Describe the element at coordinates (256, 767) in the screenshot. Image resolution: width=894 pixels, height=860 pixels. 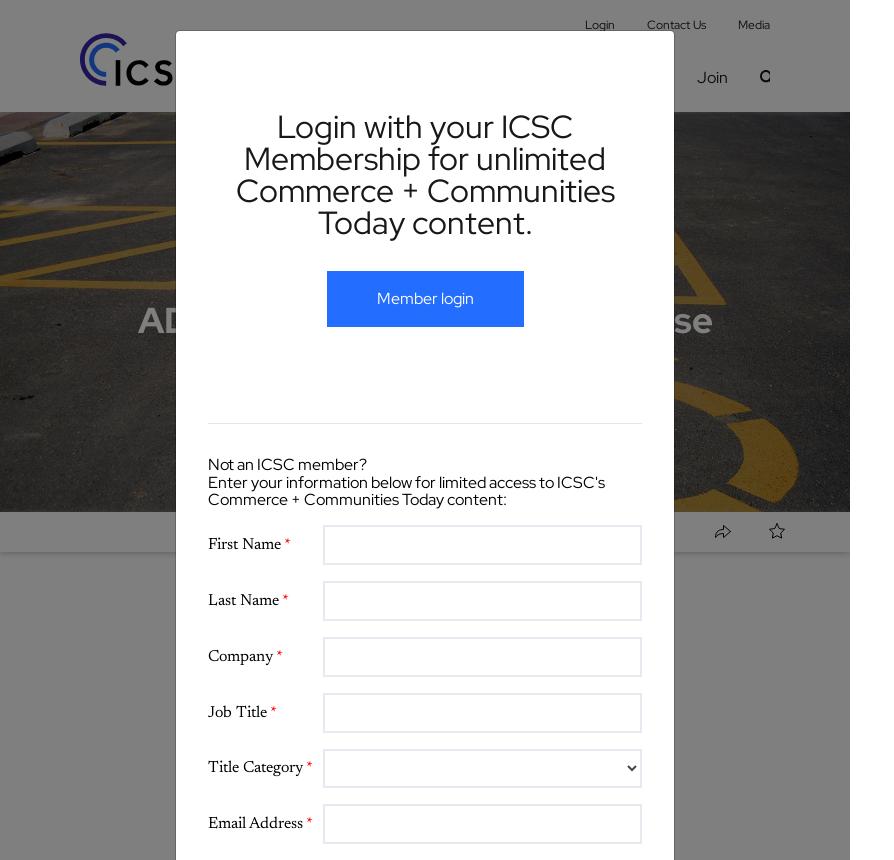
I see `'Title Category'` at that location.